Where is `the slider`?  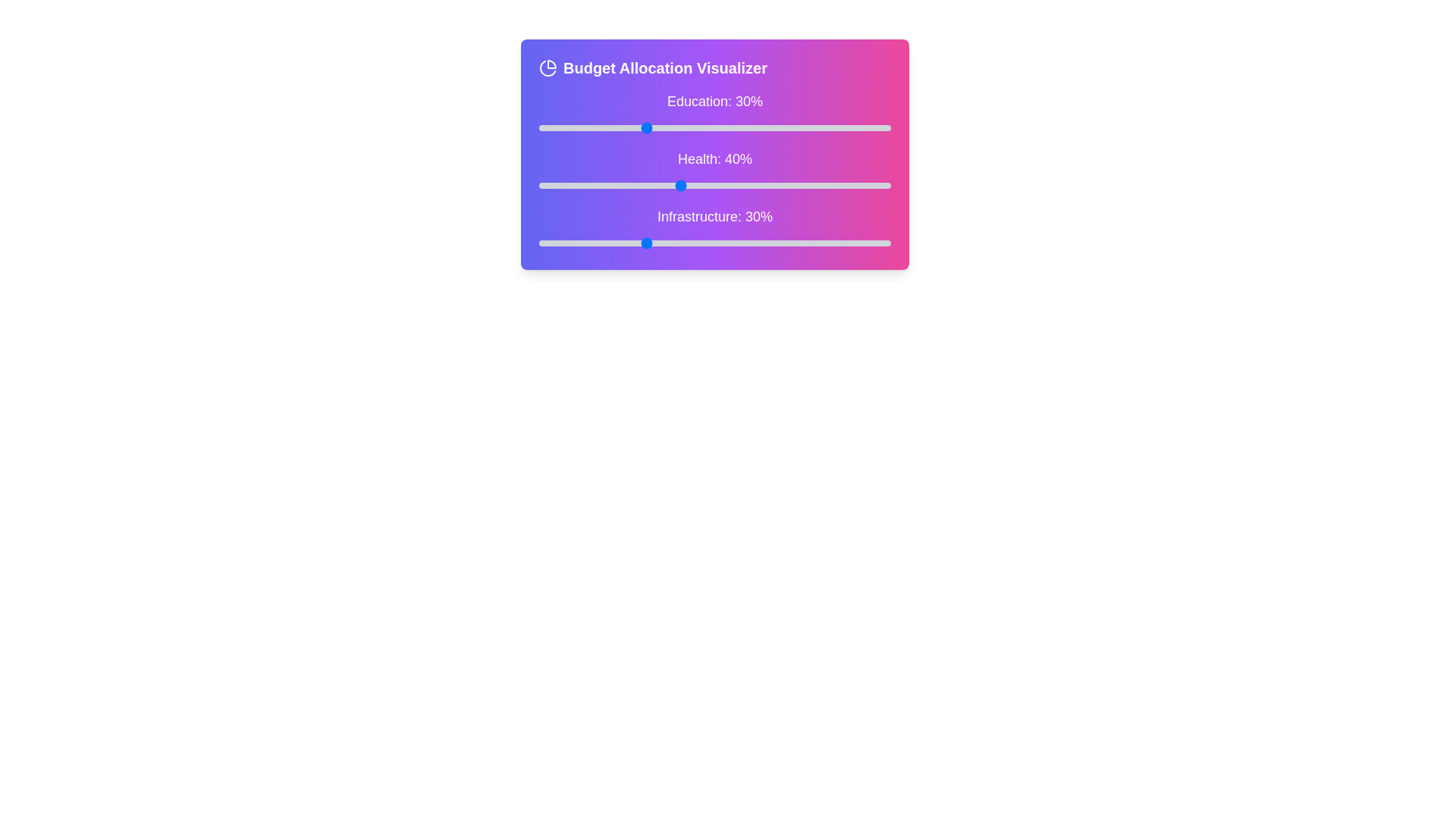 the slider is located at coordinates (820, 242).